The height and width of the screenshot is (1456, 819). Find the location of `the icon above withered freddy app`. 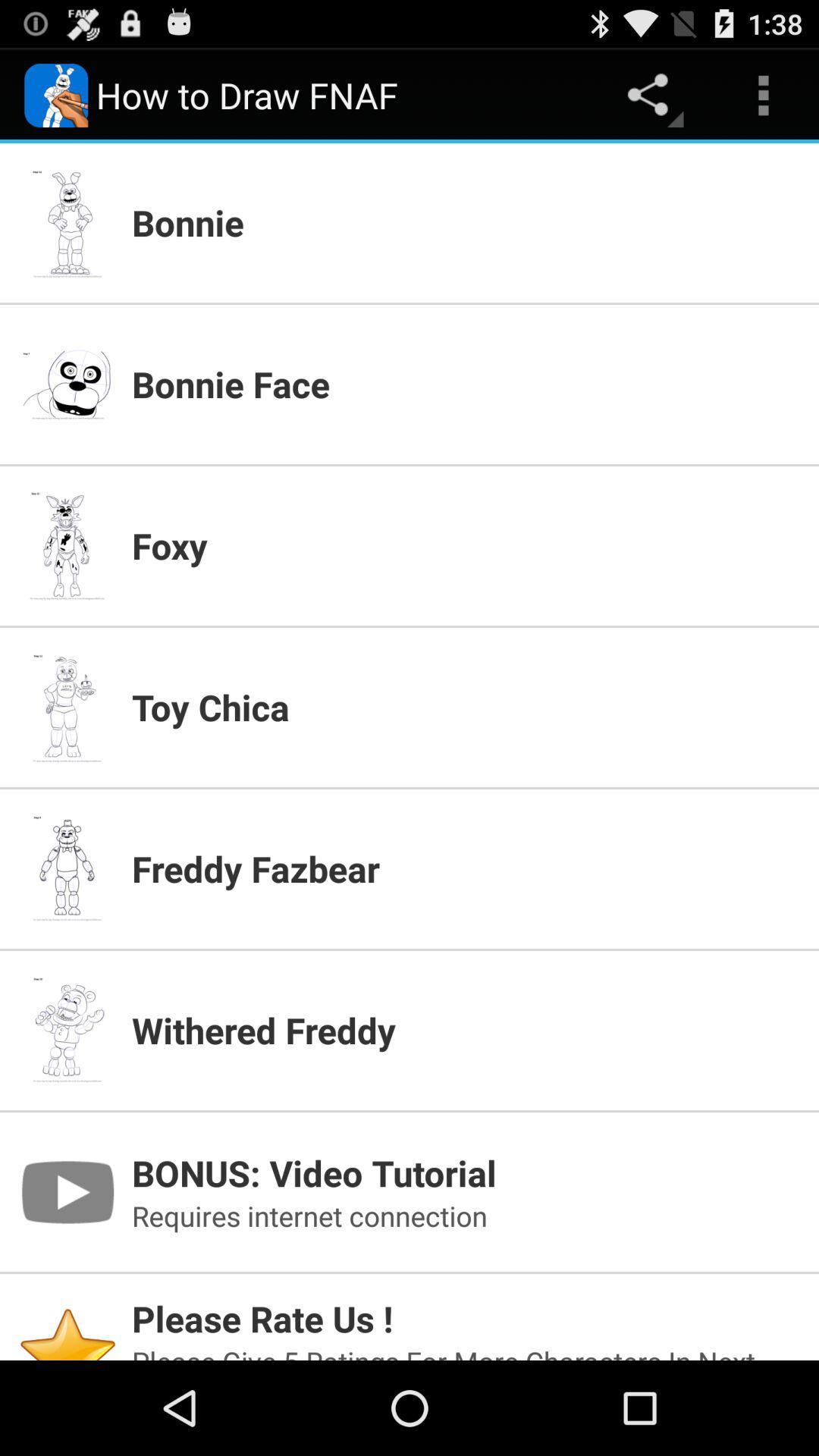

the icon above withered freddy app is located at coordinates (465, 868).